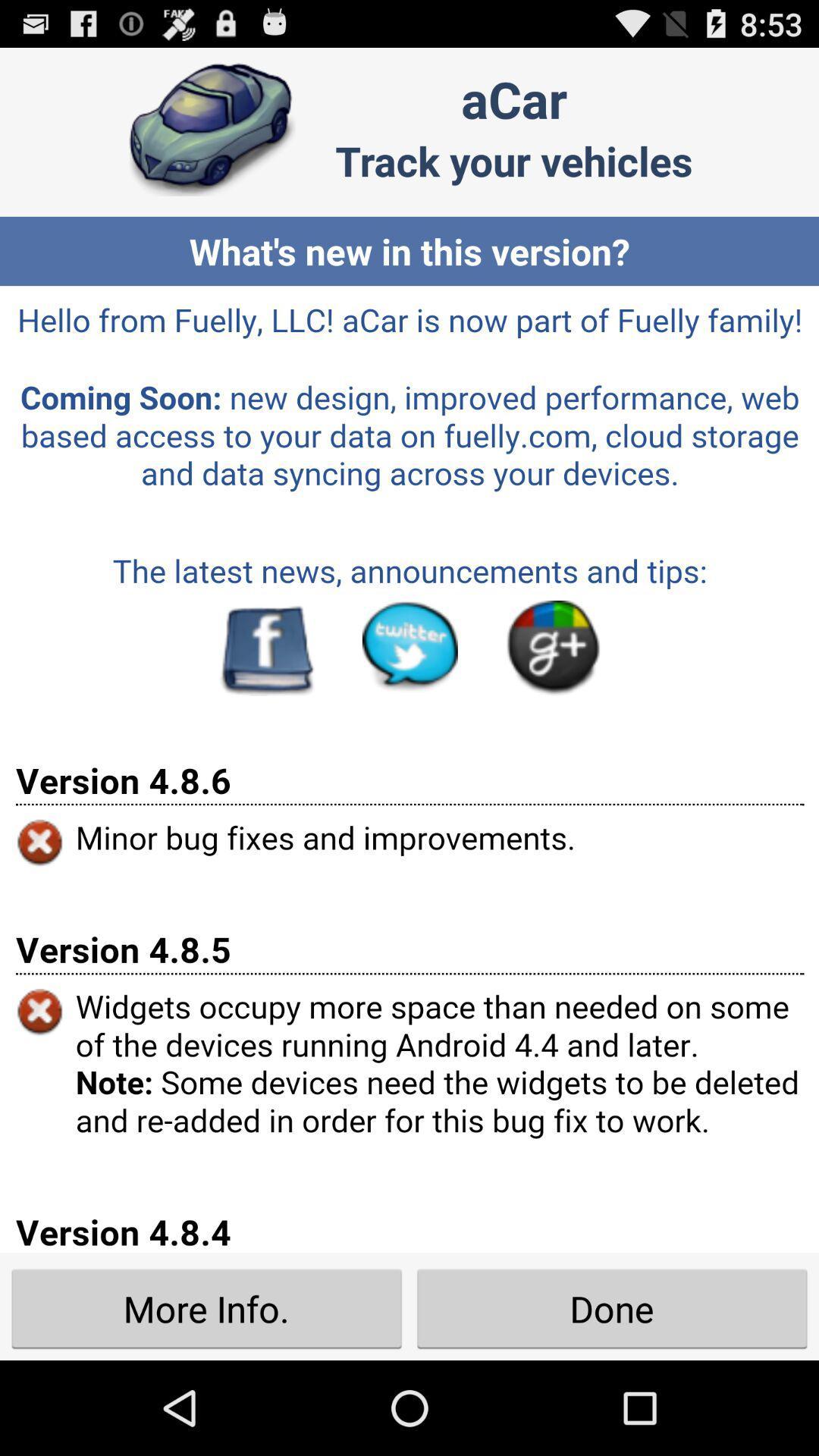 The height and width of the screenshot is (1456, 819). What do you see at coordinates (409, 769) in the screenshot?
I see `seeing in the paragraph` at bounding box center [409, 769].